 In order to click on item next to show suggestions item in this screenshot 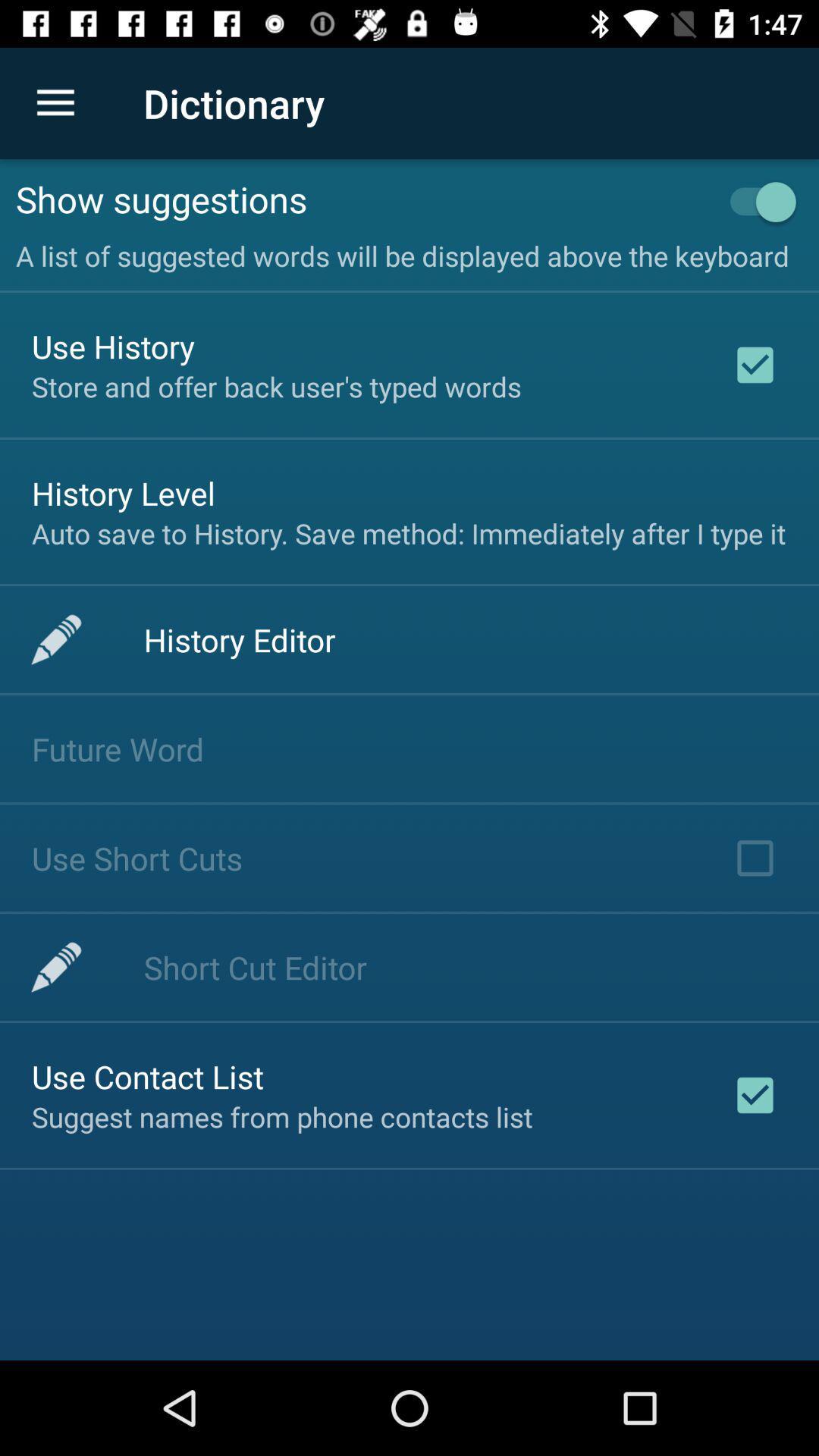, I will do `click(755, 201)`.